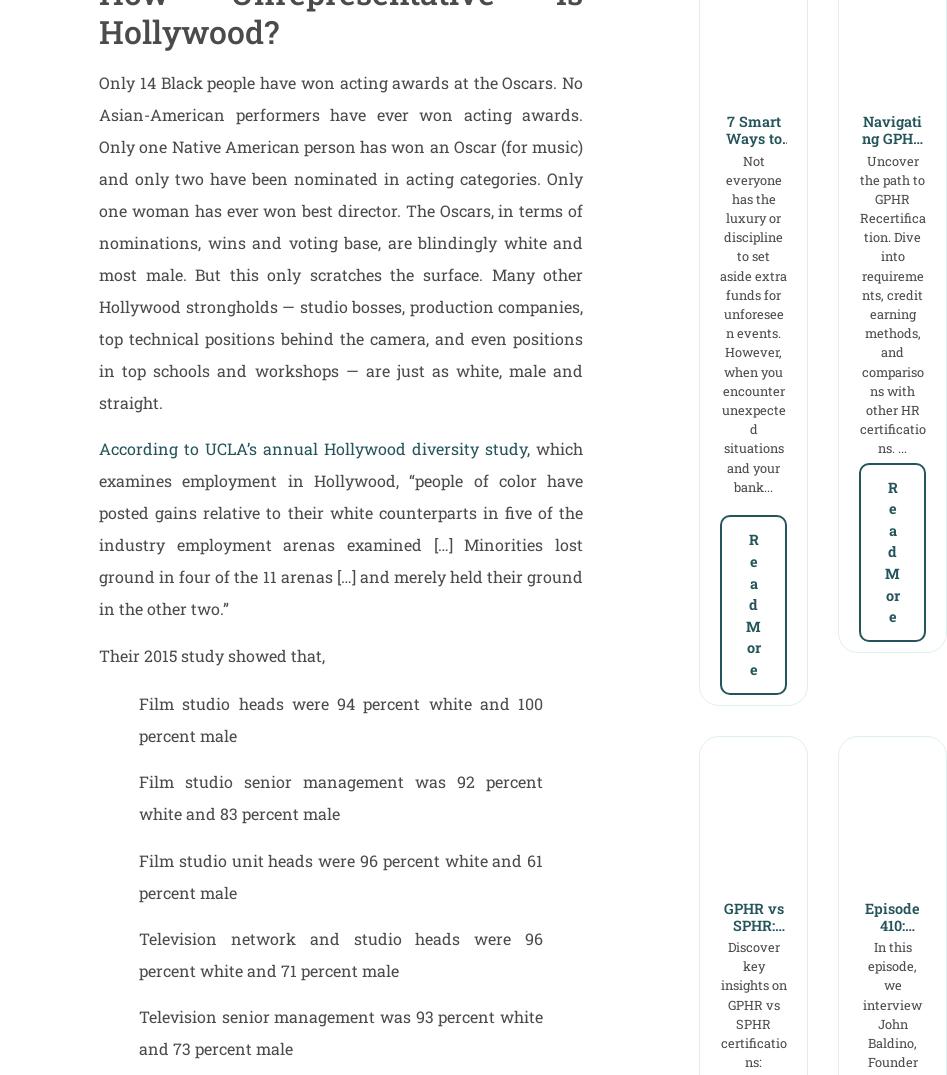 The image size is (947, 1075). I want to click on 'Film studio heads were 94 percent white and 100 percent male', so click(340, 717).